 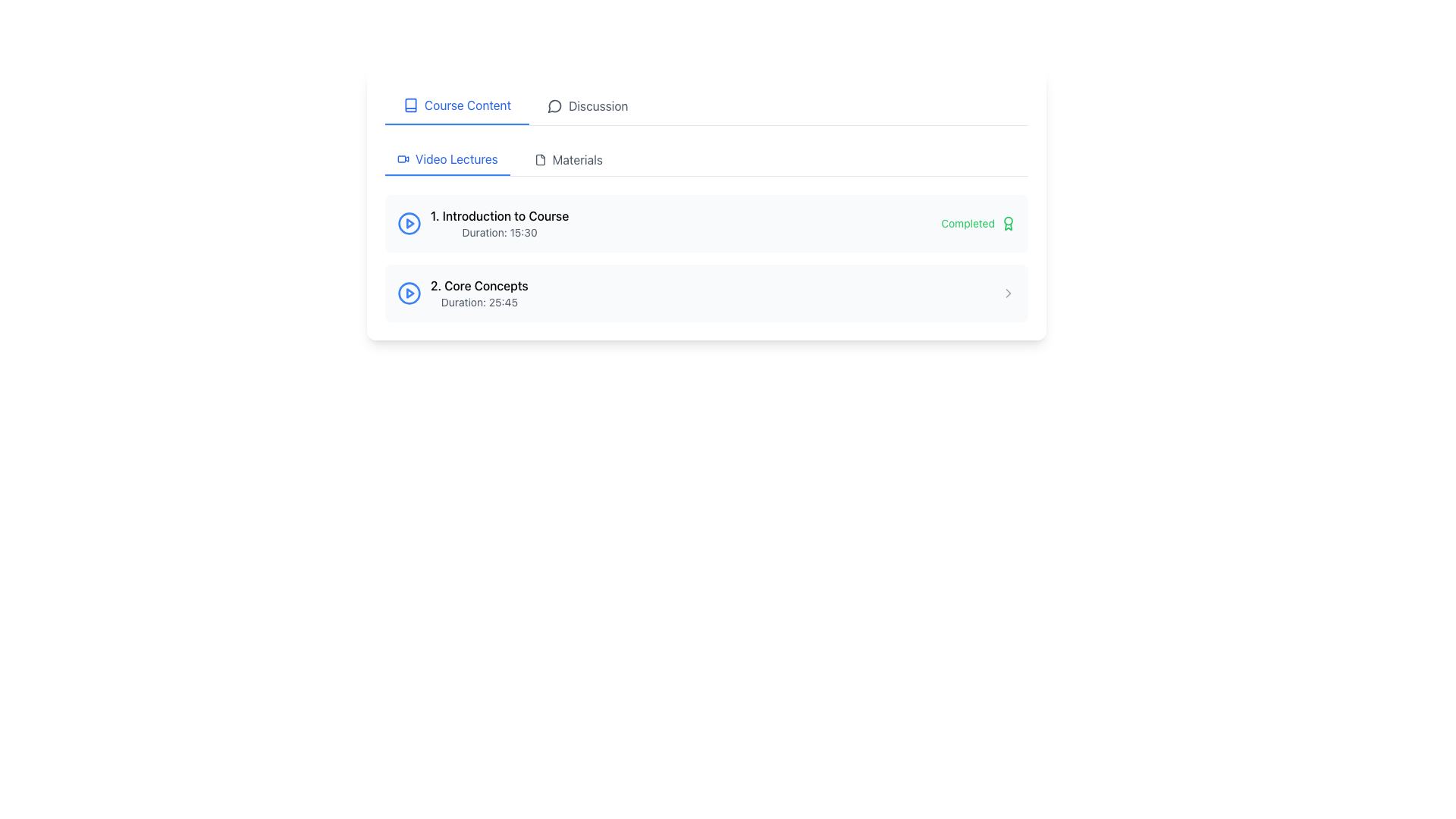 I want to click on the circular SVG element representing the play button for the '2. Core Concepts' video entry in the vertical list of video lectures, so click(x=409, y=293).